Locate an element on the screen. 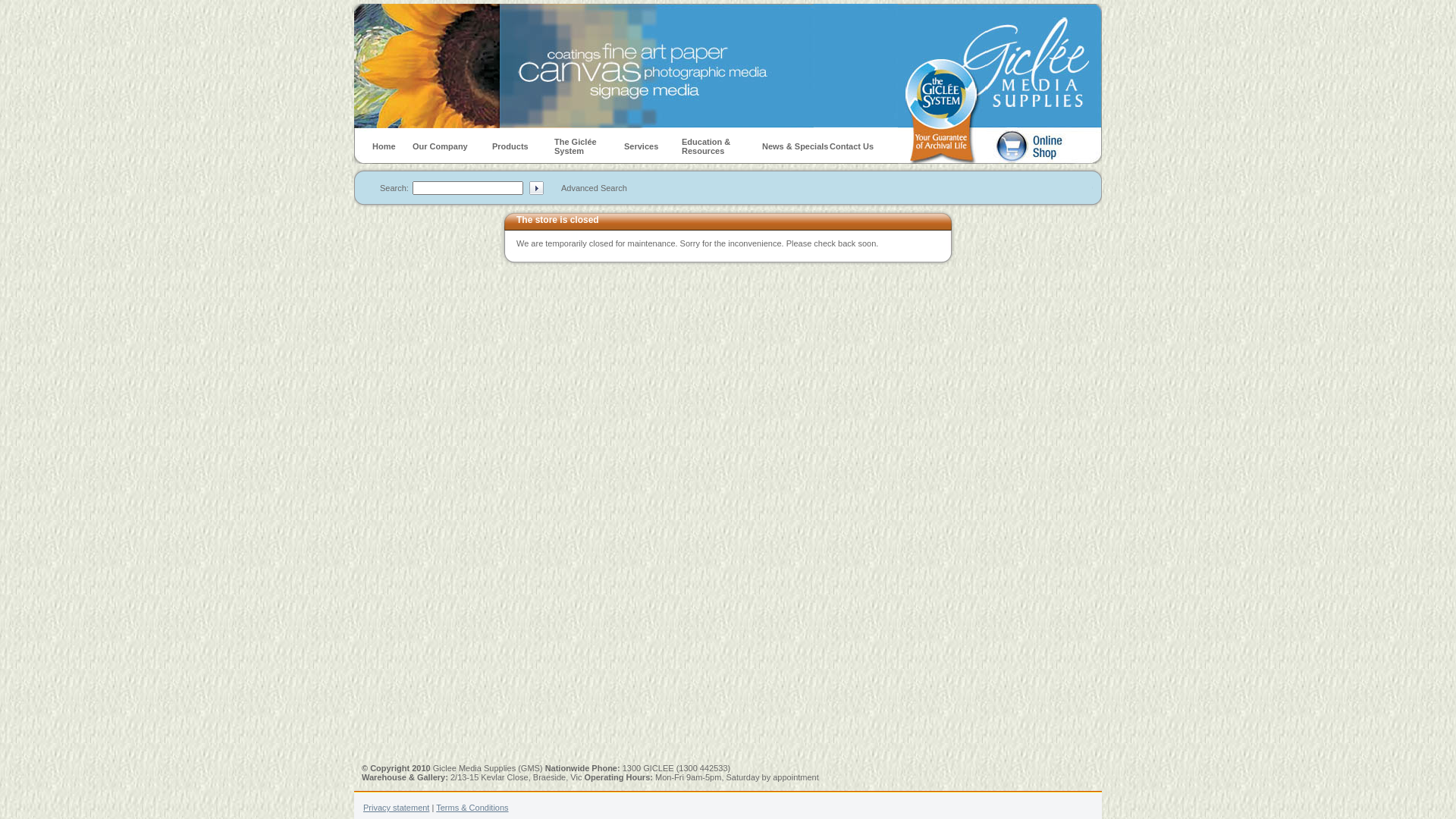 The image size is (1456, 819). 'Products' is located at coordinates (510, 146).